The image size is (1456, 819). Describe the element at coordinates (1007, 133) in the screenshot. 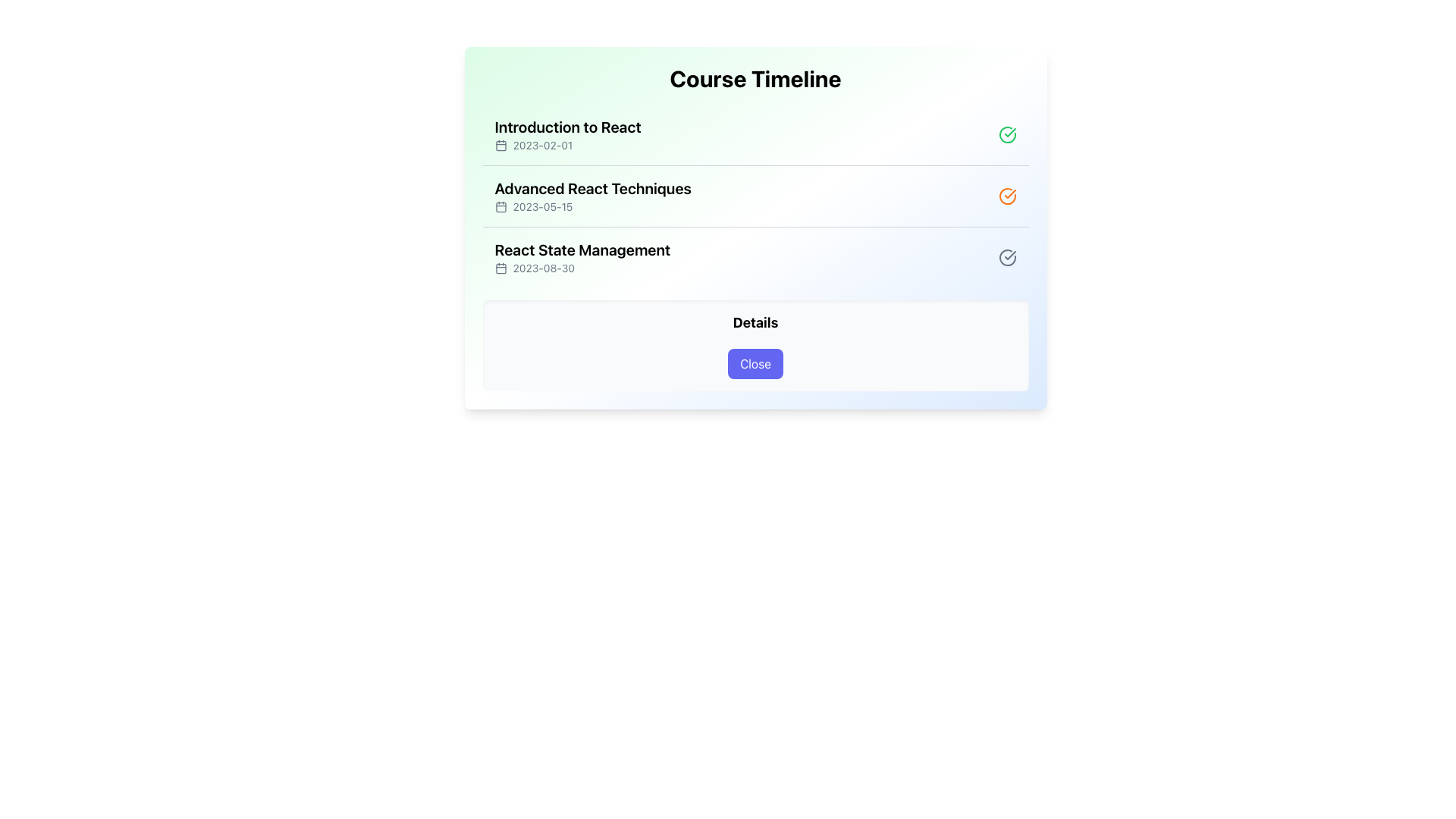

I see `the green circle status indicator with a checkmark associated with the item titled 'Introduction to React' to interact with its functionality` at that location.